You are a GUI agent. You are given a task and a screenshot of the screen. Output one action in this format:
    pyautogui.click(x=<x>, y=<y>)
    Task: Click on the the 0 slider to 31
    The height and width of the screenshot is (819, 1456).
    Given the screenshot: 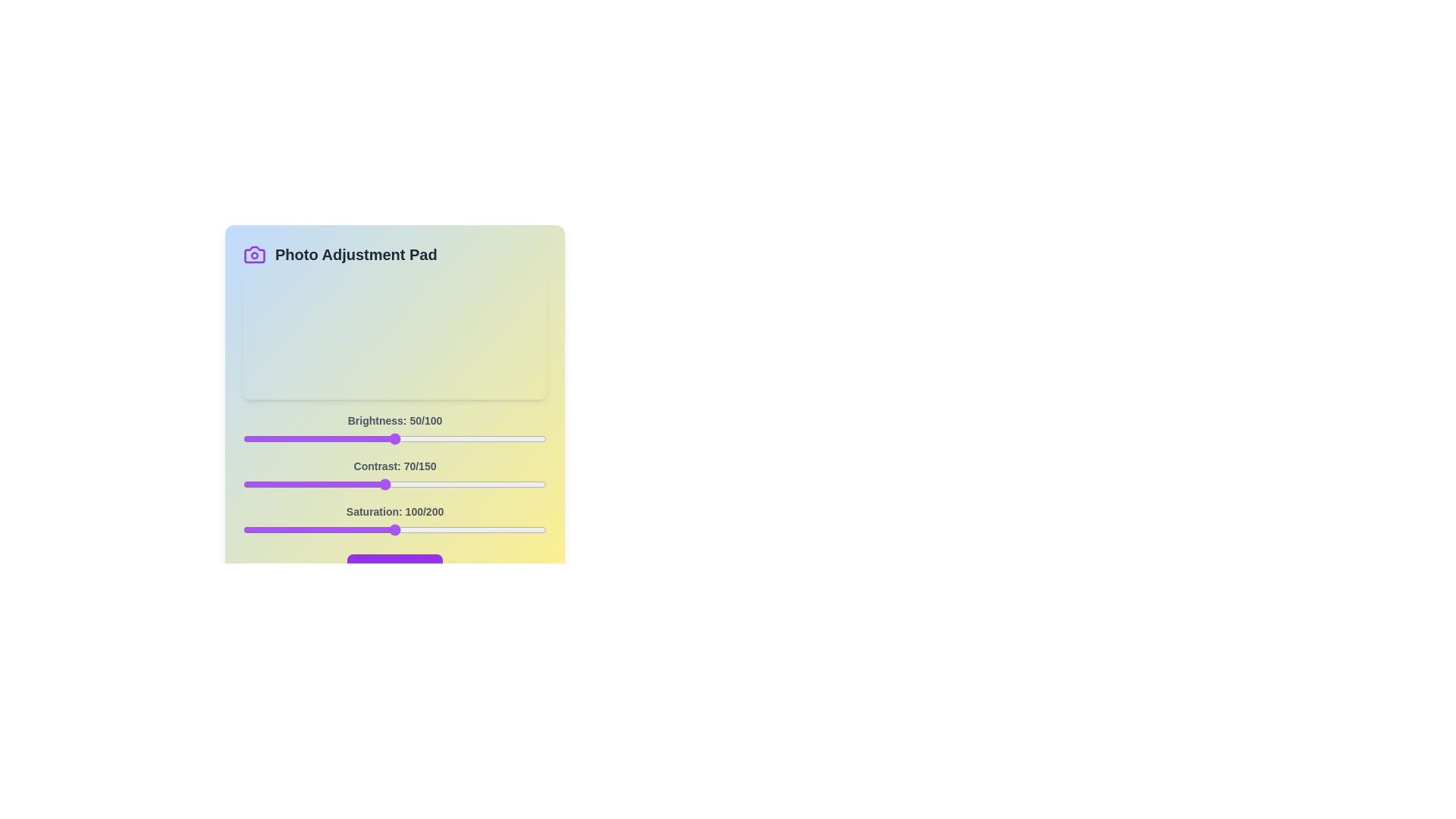 What is the action you would take?
    pyautogui.click(x=337, y=438)
    